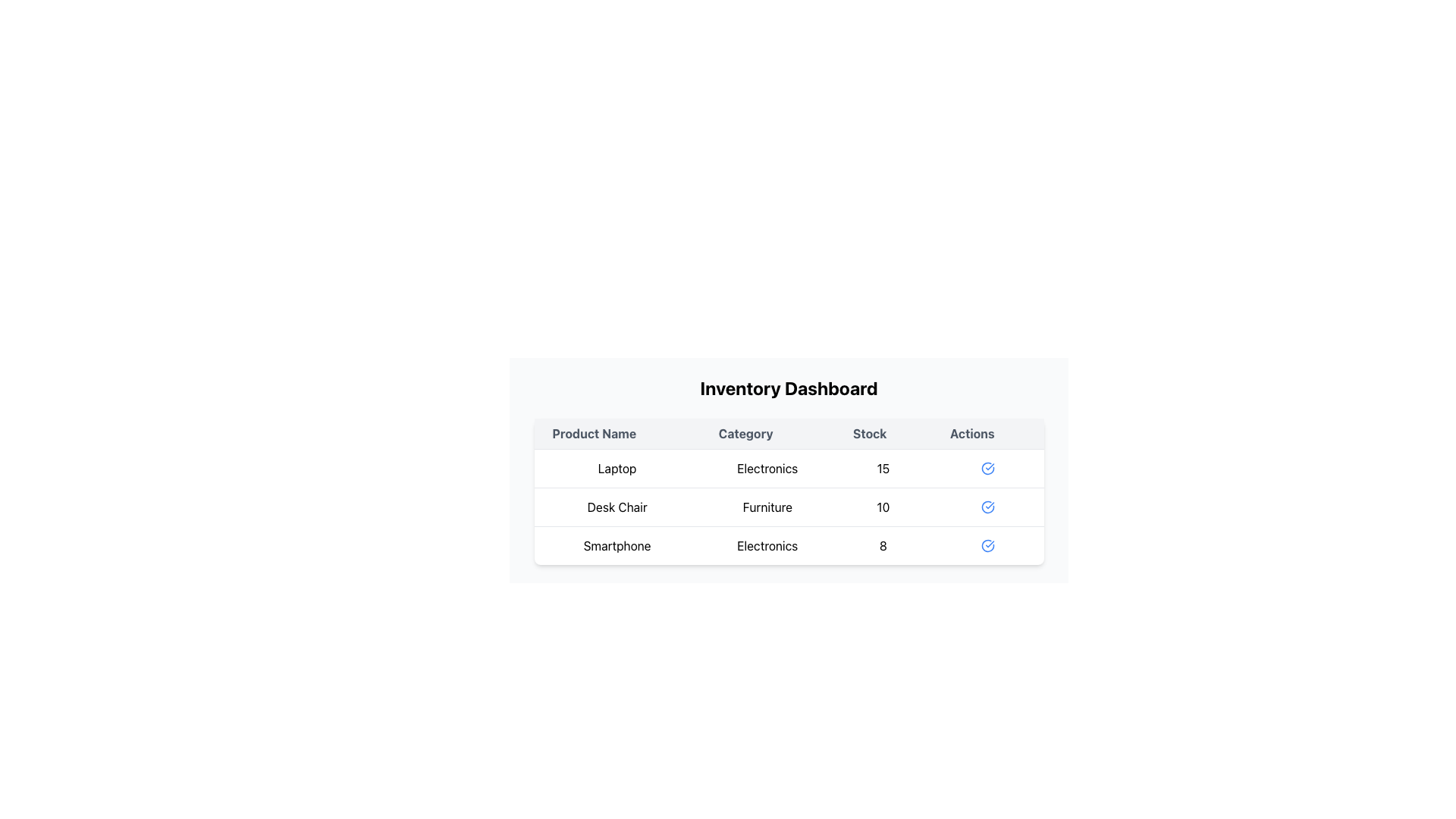 Image resolution: width=1456 pixels, height=819 pixels. Describe the element at coordinates (883, 434) in the screenshot. I see `the 'Stock' text label in the table header, which is bolded with a grayish font color and located between 'Category' and 'Actions.'` at that location.